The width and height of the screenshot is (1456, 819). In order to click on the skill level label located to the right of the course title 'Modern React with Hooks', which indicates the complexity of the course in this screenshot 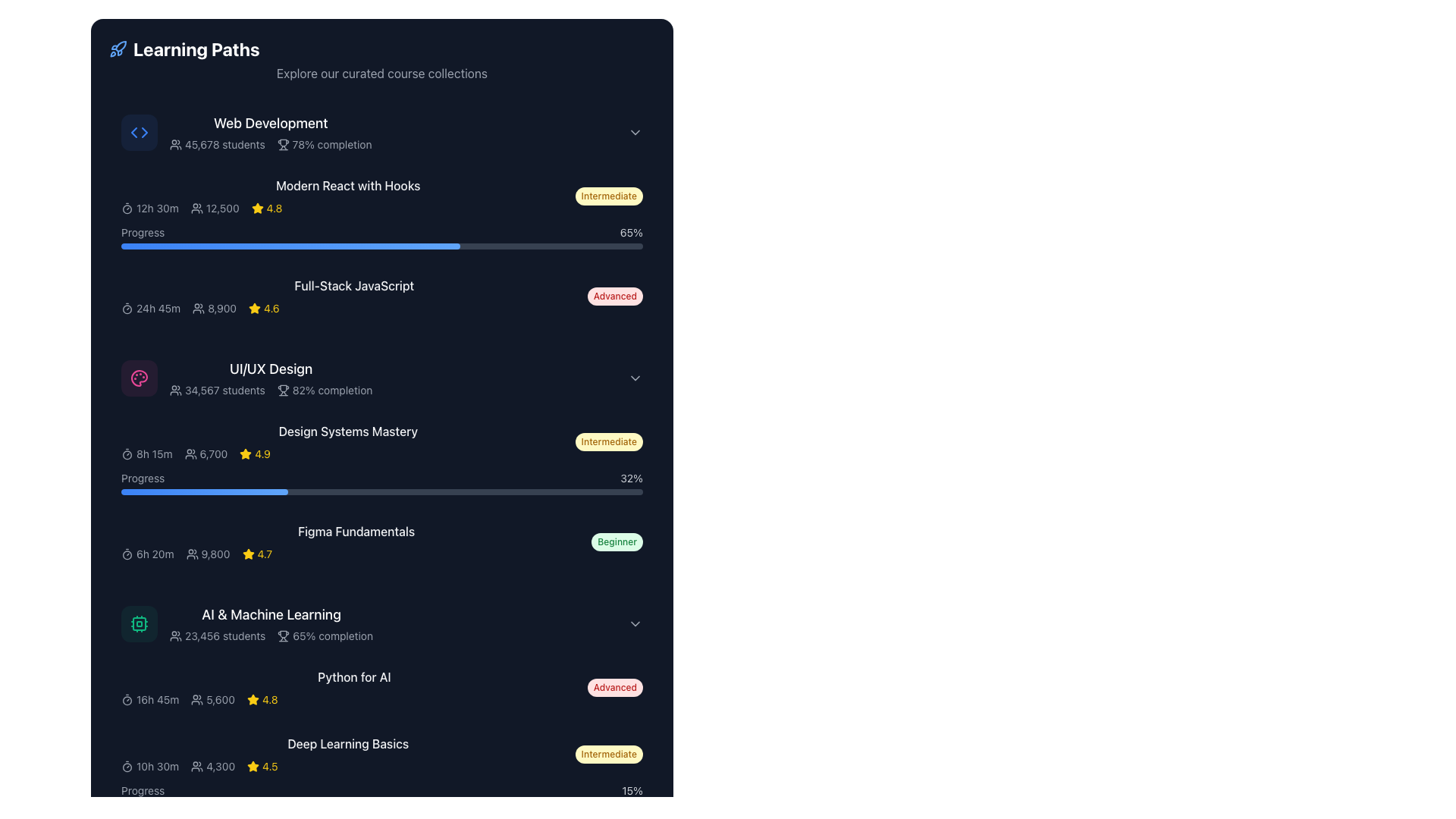, I will do `click(609, 195)`.